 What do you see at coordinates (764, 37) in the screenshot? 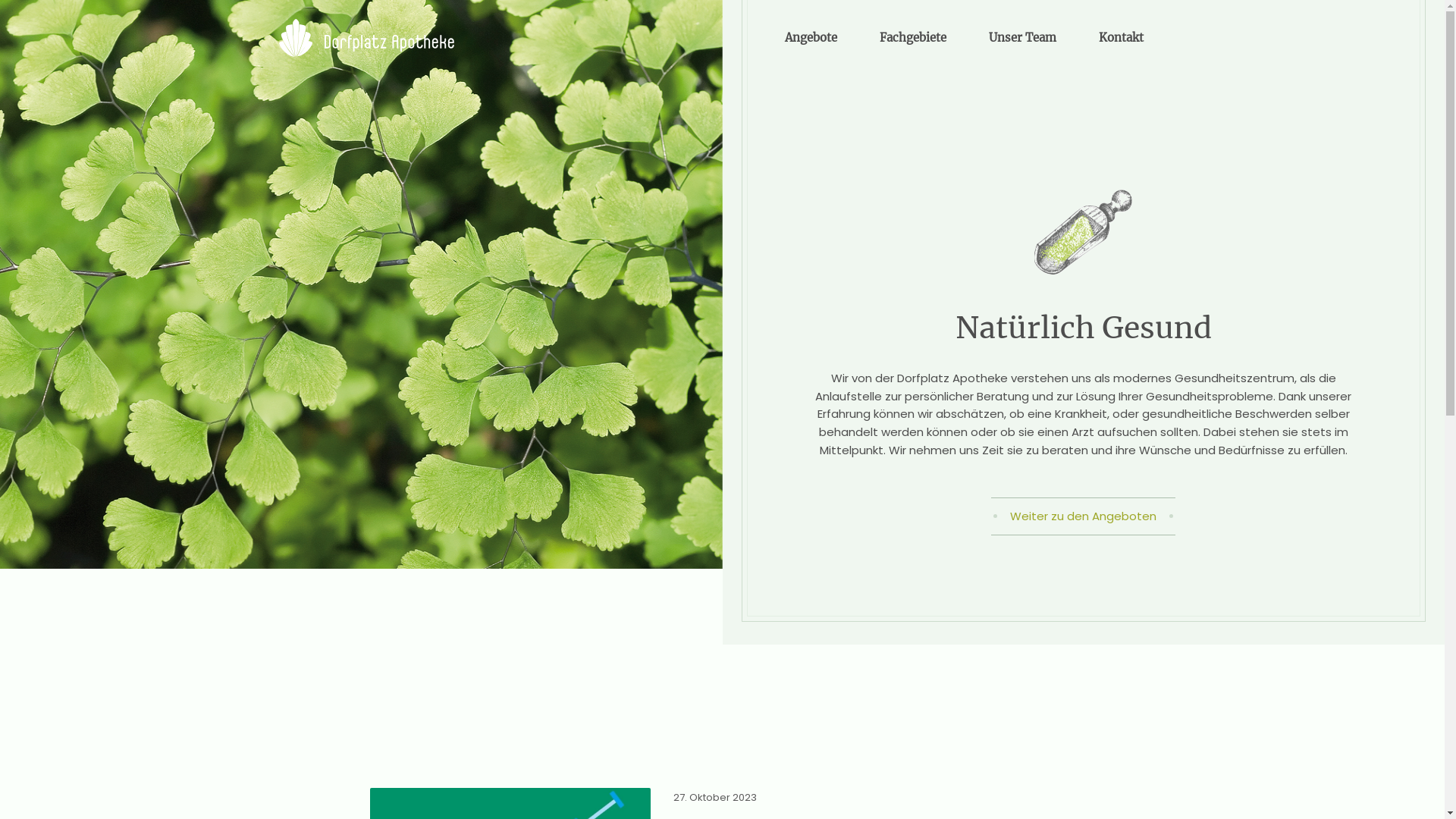
I see `'Angebote'` at bounding box center [764, 37].